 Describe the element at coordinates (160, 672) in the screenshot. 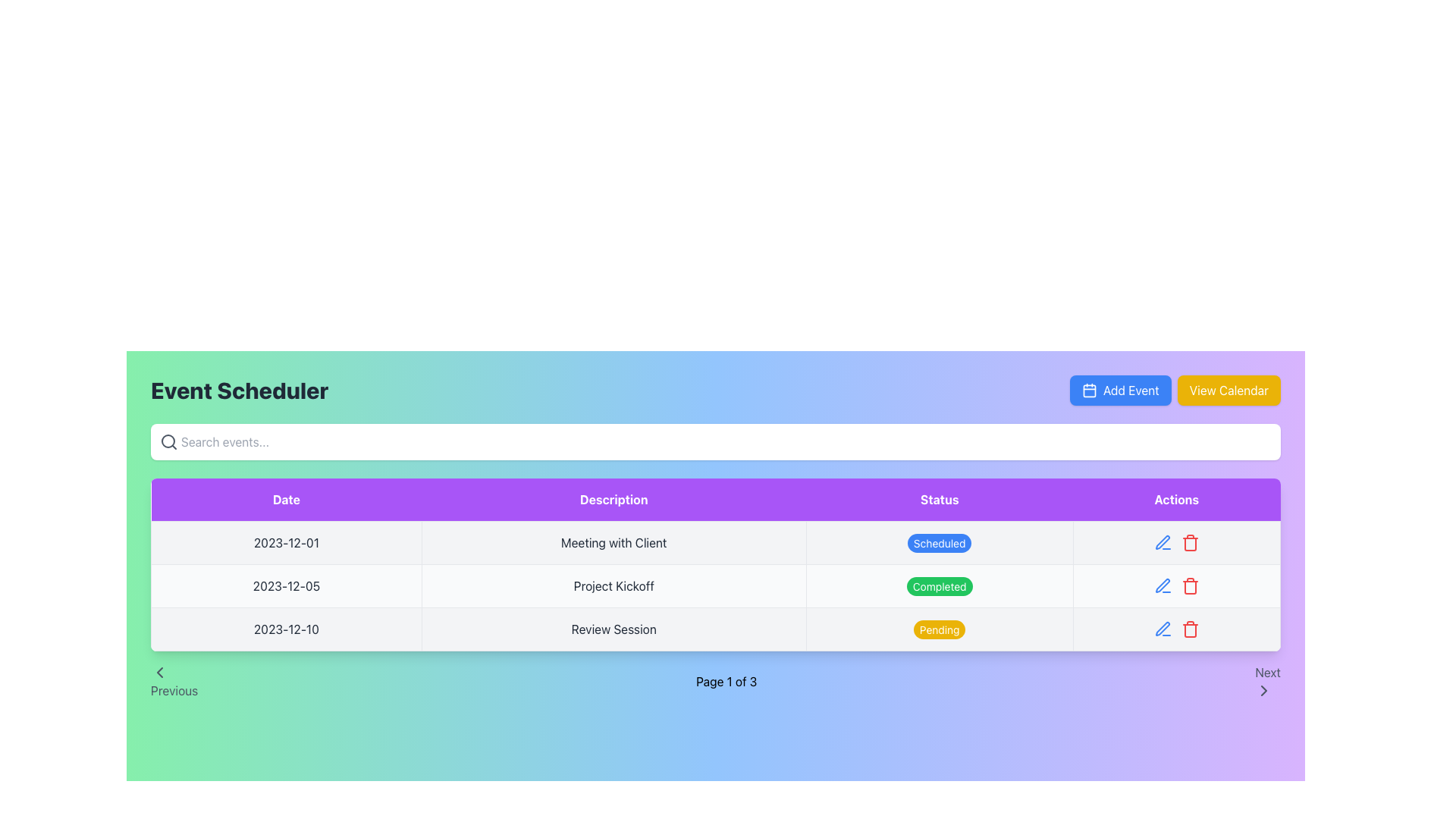

I see `the leftward chevron SVG icon in the navigation section` at that location.